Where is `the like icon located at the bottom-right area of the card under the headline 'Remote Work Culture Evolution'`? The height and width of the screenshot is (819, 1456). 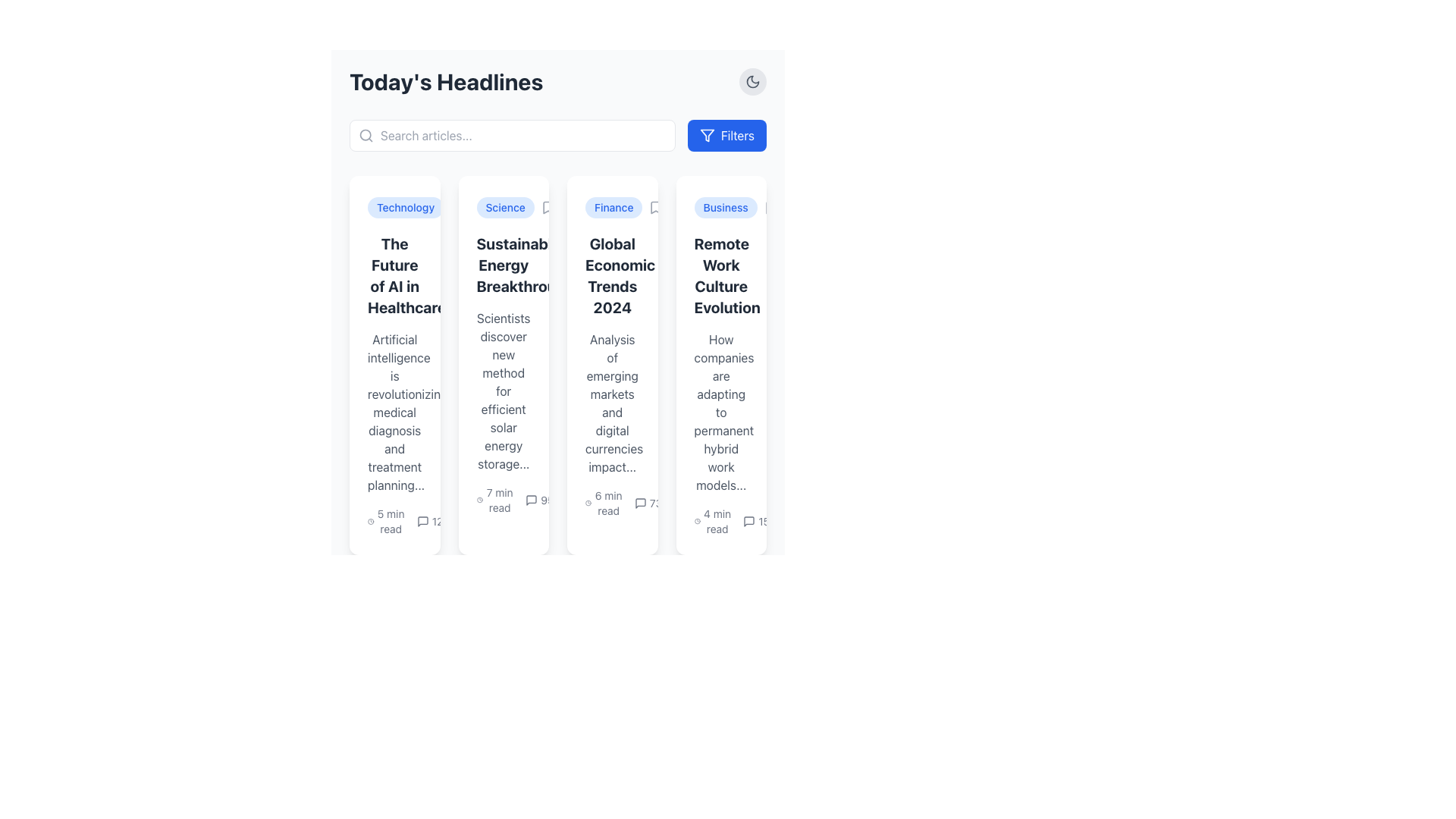 the like icon located at the bottom-right area of the card under the headline 'Remote Work Culture Evolution' is located at coordinates (714, 503).